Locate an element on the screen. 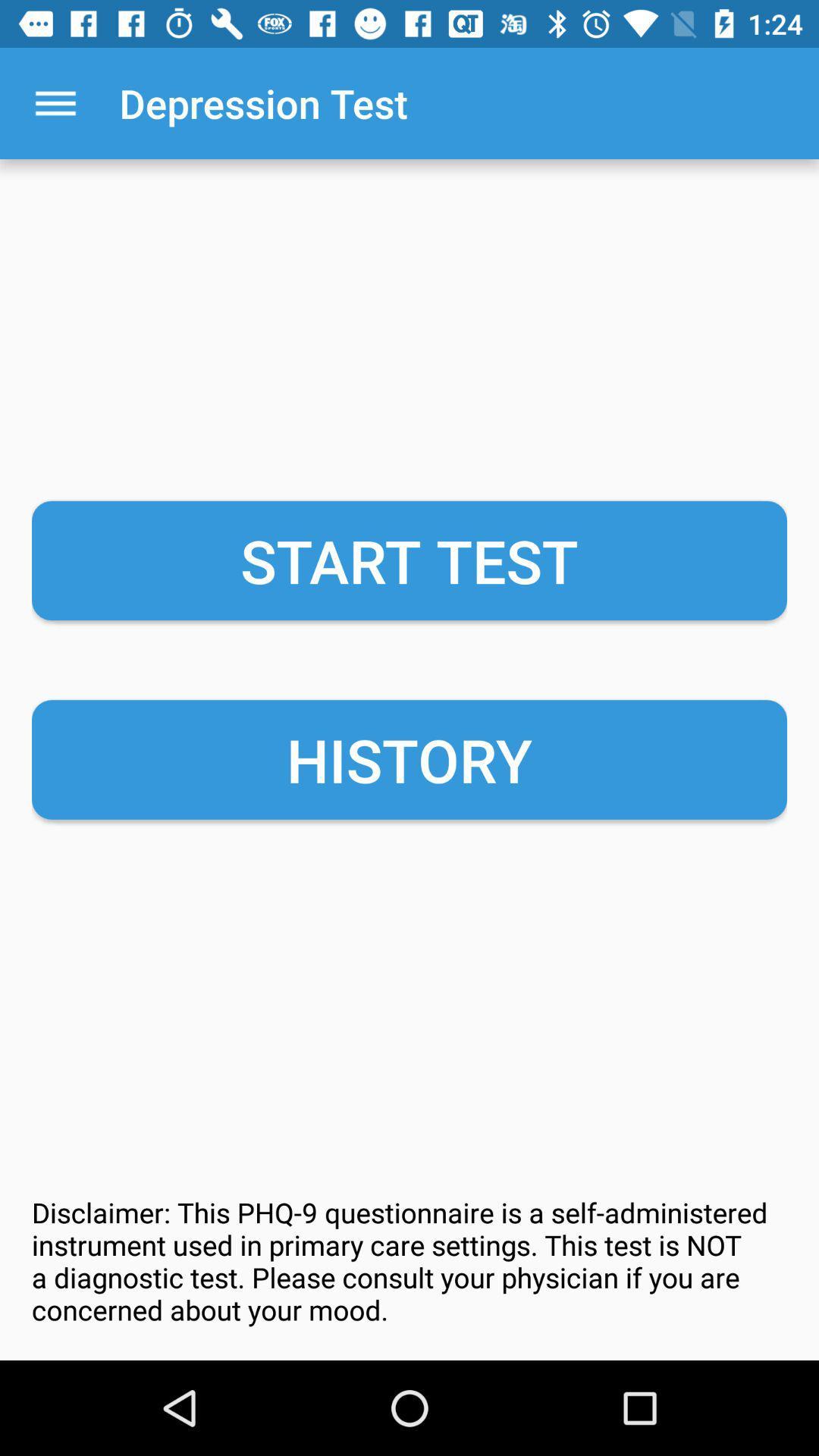 The width and height of the screenshot is (819, 1456). icon to the left of the depression test item is located at coordinates (55, 102).